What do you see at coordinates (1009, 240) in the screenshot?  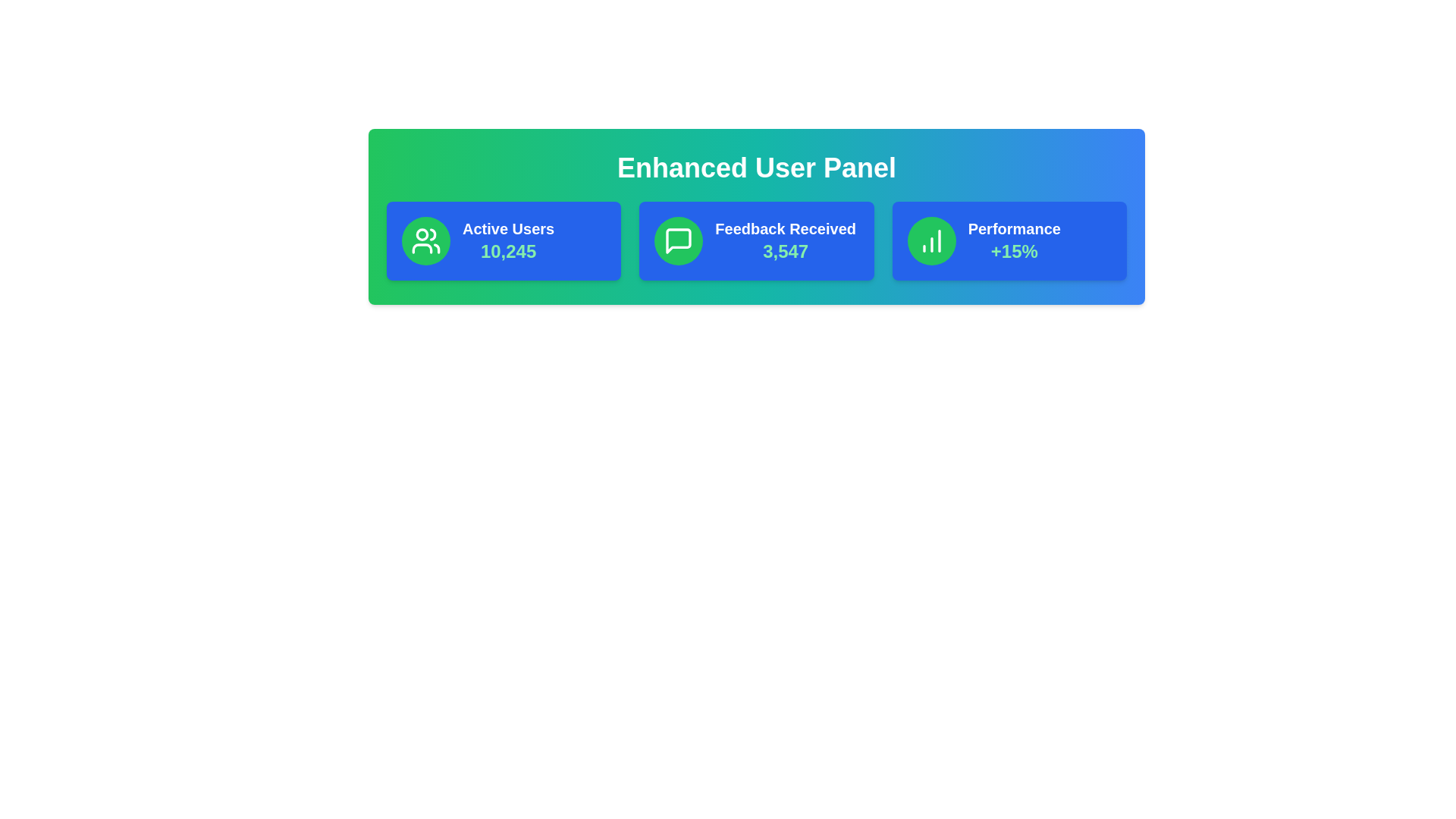 I see `the card corresponding to Performance to select or highlight it` at bounding box center [1009, 240].